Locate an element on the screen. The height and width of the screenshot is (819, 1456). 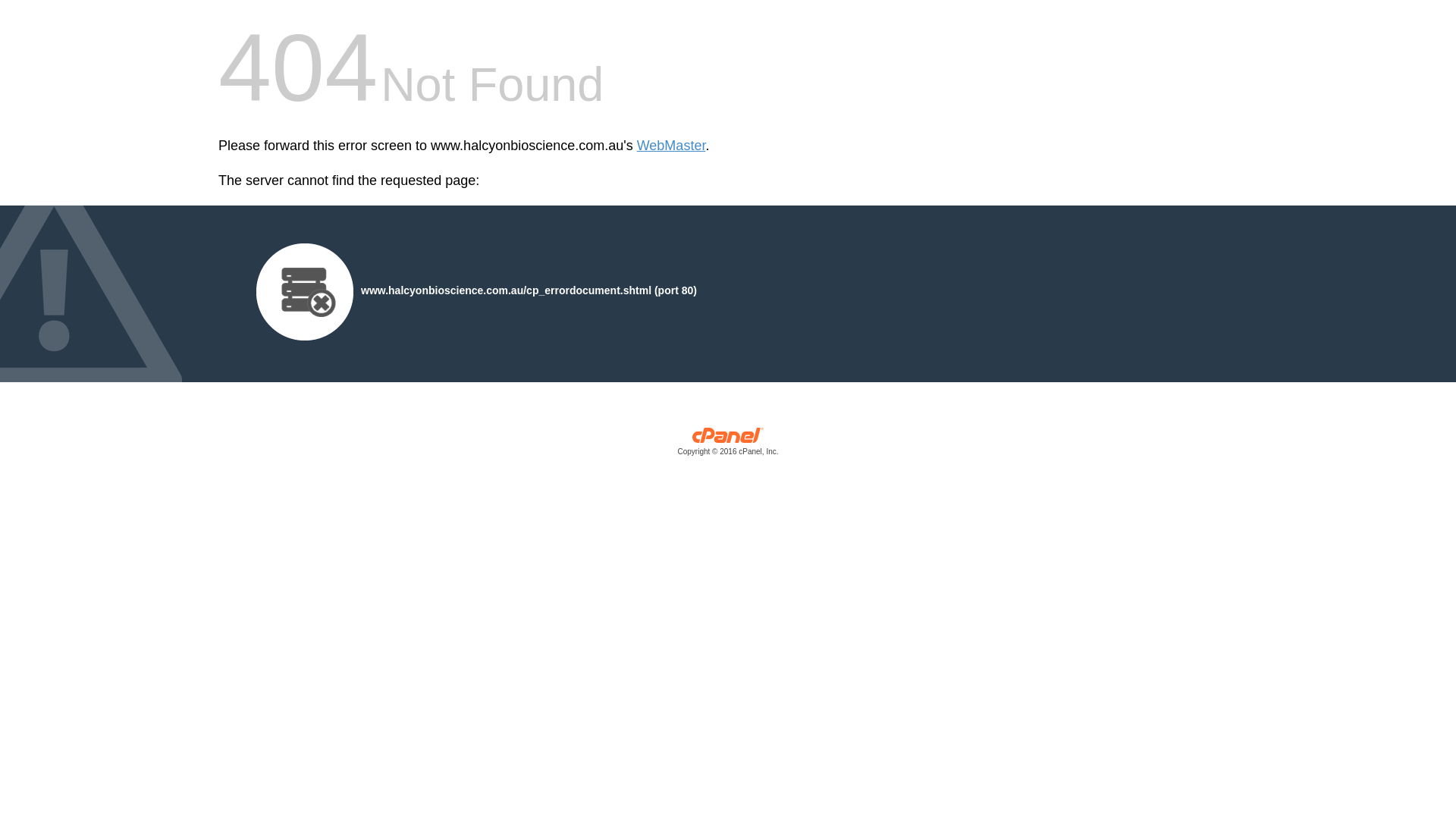
'WebMaster' is located at coordinates (637, 146).